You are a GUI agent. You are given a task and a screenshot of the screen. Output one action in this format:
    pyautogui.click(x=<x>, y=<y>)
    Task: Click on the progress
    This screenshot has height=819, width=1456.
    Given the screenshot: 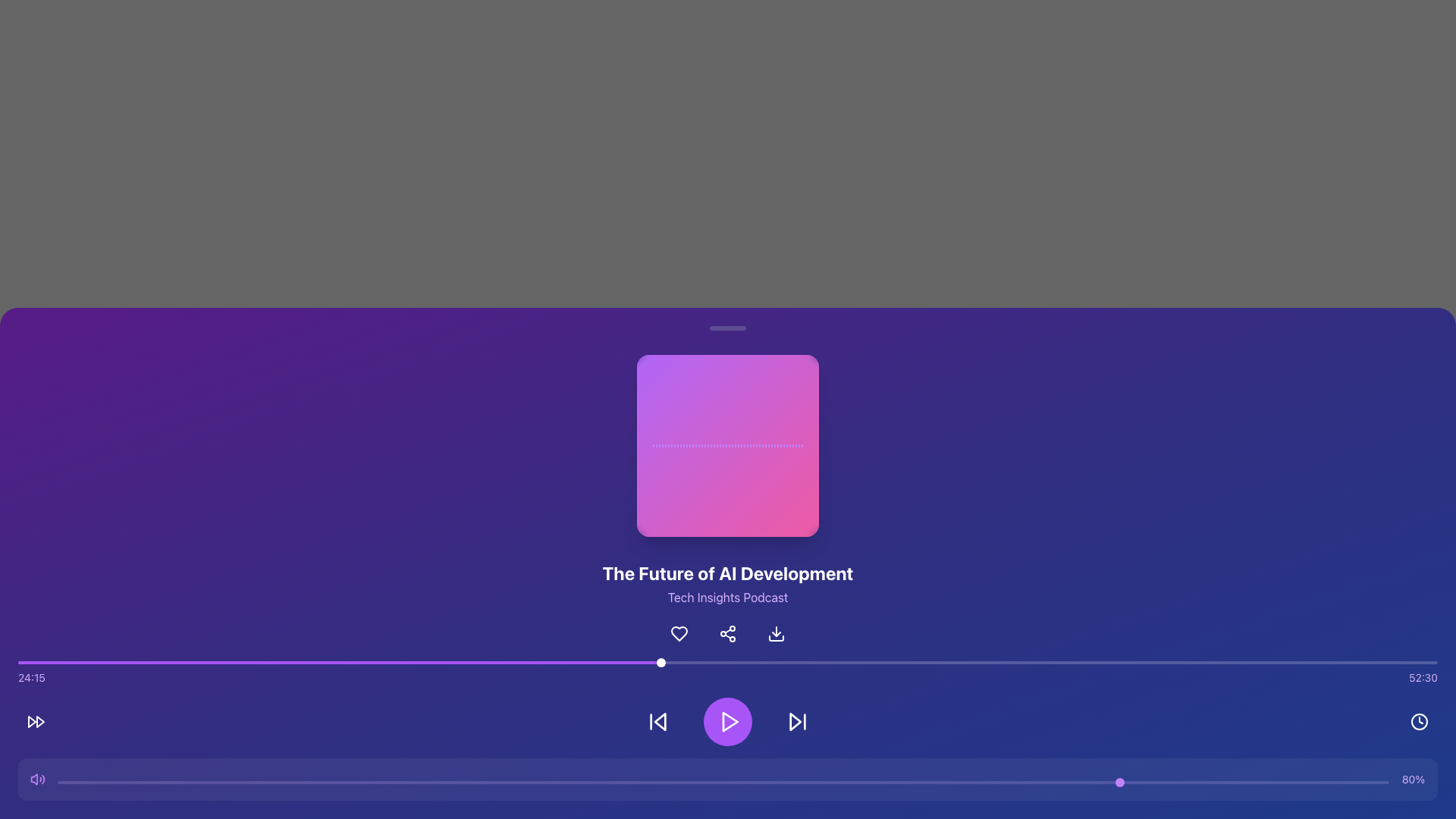 What is the action you would take?
    pyautogui.click(x=591, y=662)
    